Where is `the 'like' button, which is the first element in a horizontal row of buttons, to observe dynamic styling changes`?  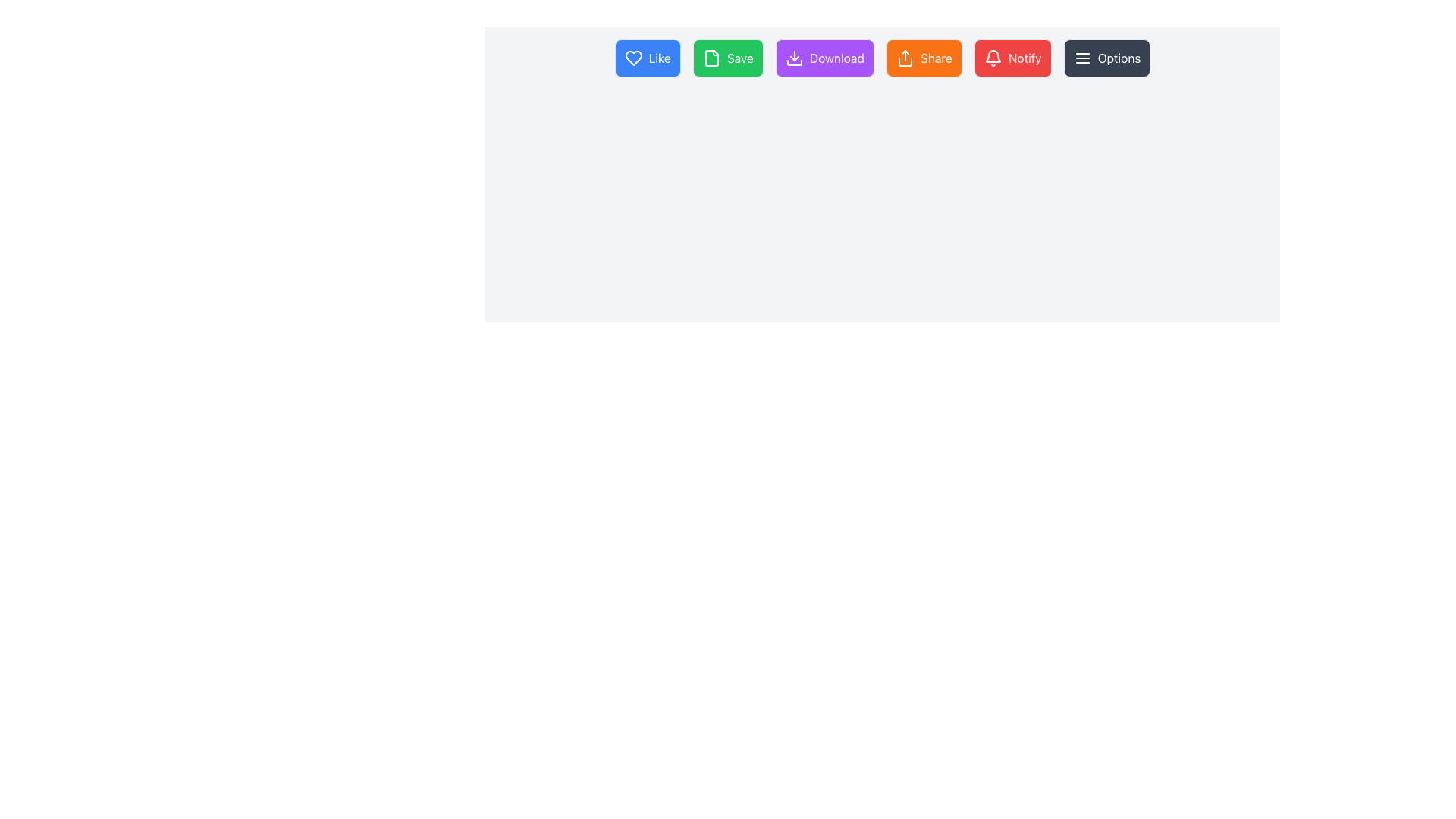 the 'like' button, which is the first element in a horizontal row of buttons, to observe dynamic styling changes is located at coordinates (648, 58).